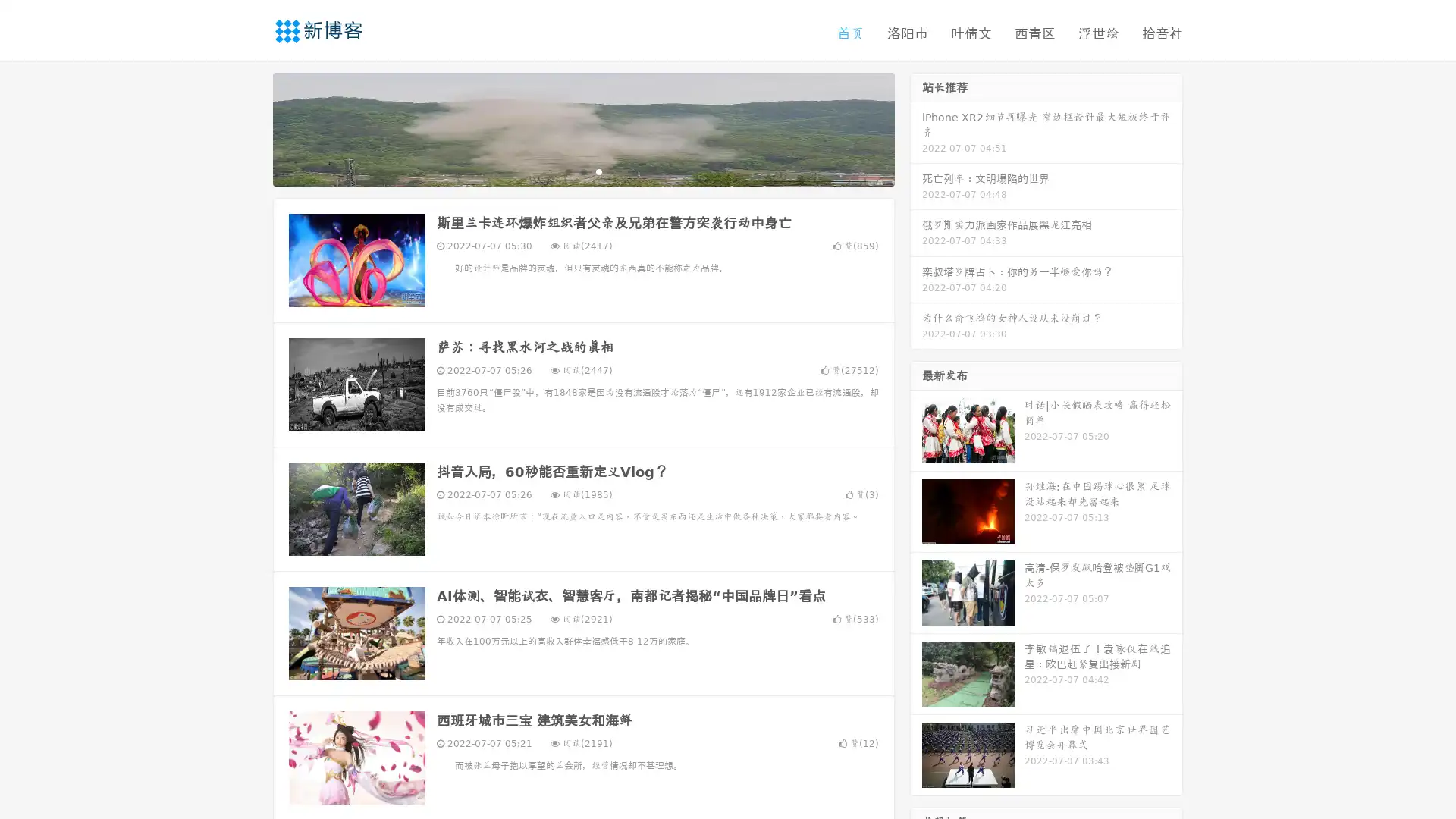  What do you see at coordinates (916, 127) in the screenshot?
I see `Next slide` at bounding box center [916, 127].